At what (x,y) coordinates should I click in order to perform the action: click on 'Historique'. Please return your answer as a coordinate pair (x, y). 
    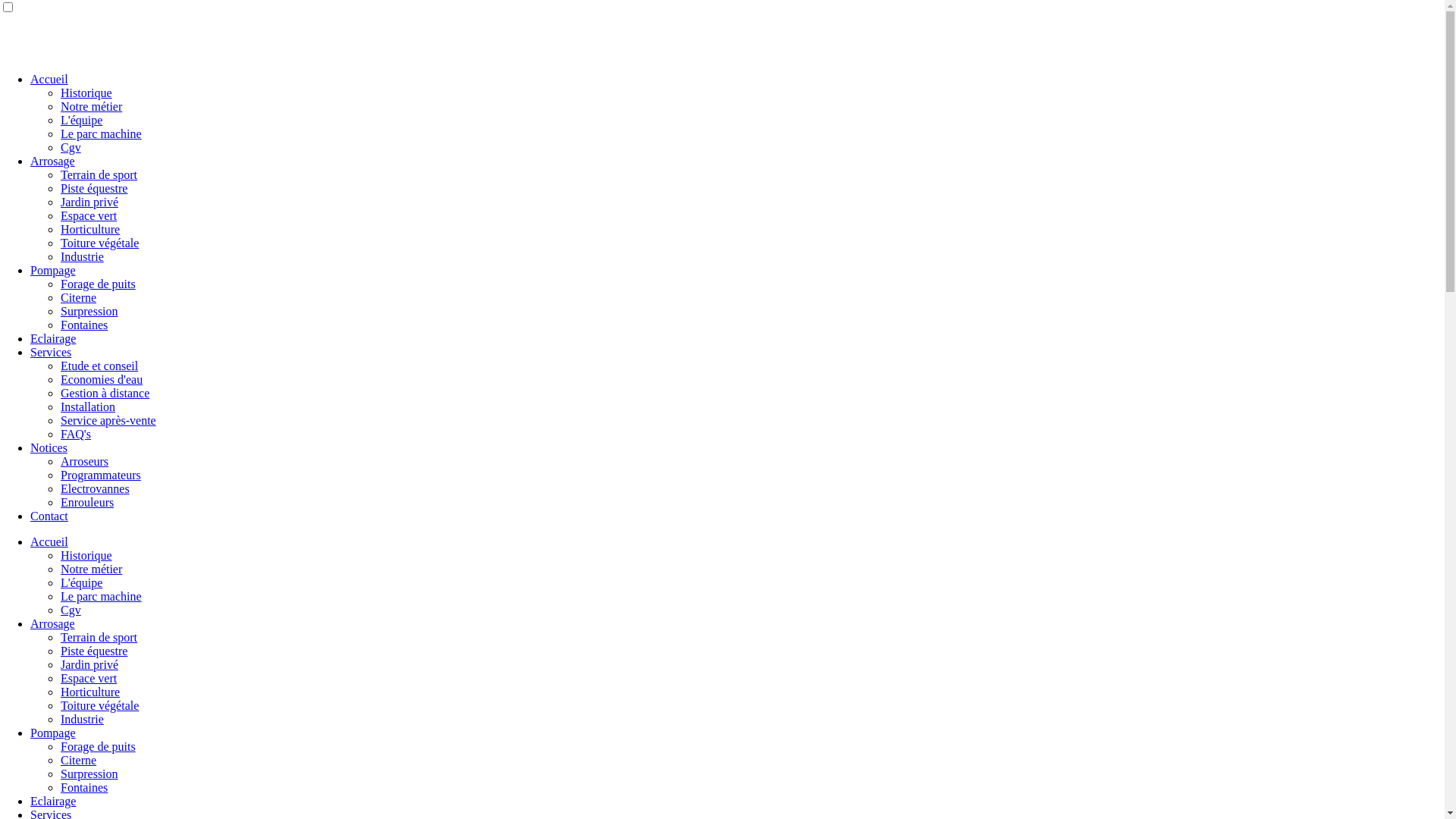
    Looking at the image, I should click on (86, 93).